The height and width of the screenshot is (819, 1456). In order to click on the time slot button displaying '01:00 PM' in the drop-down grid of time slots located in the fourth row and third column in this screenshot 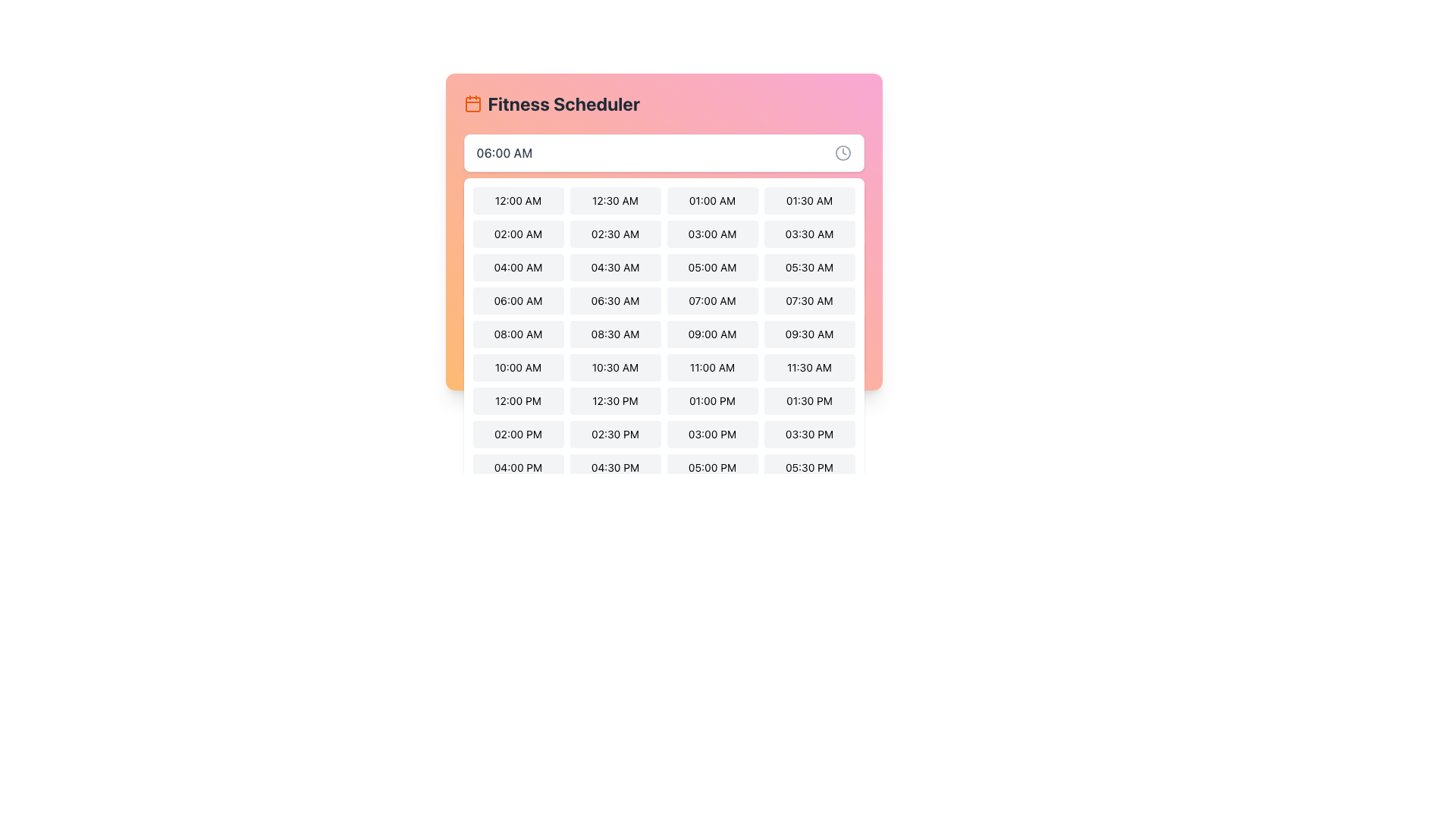, I will do `click(711, 400)`.